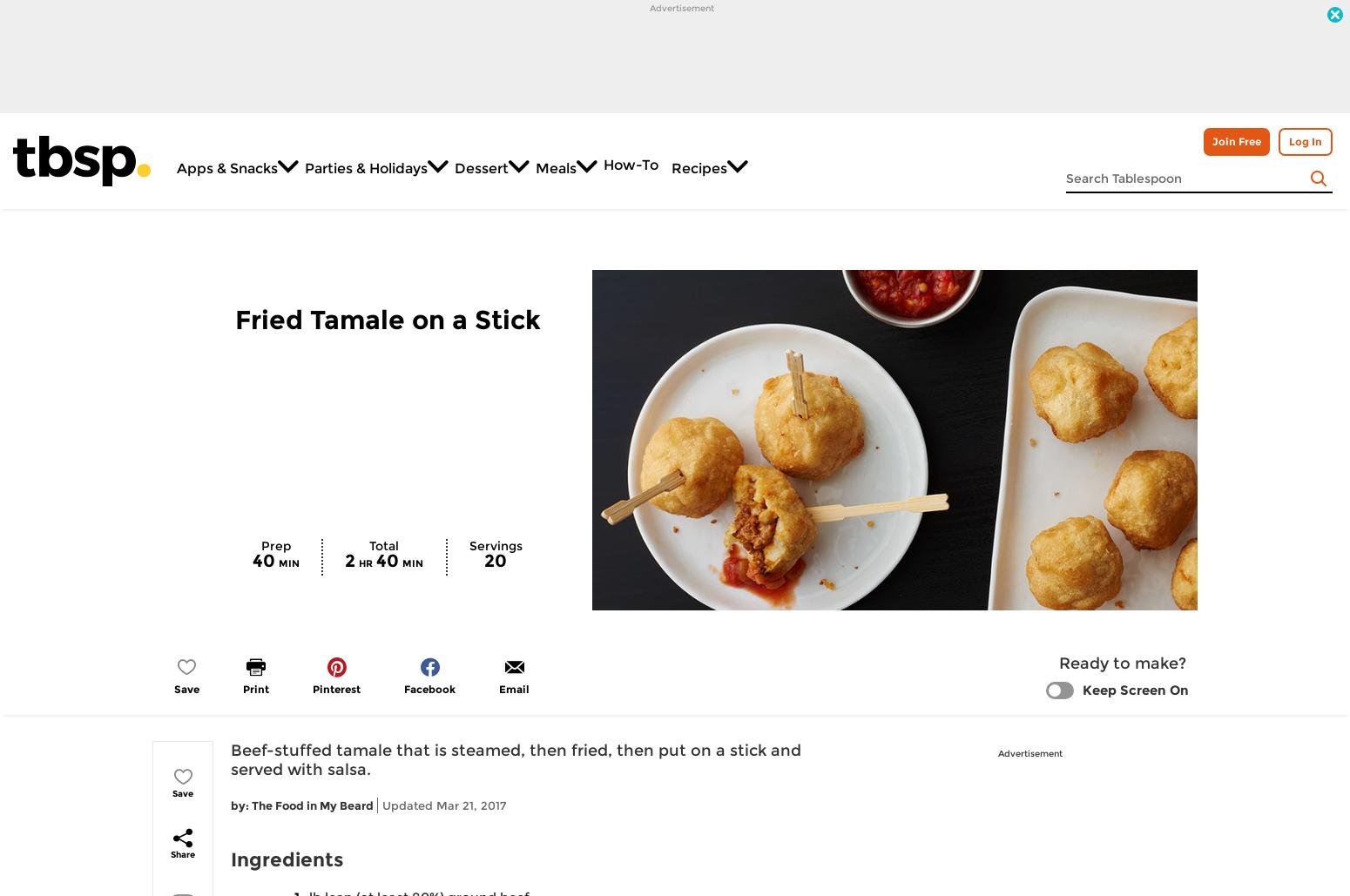 The height and width of the screenshot is (896, 1350). I want to click on 'Updated Mar 21, 2017', so click(442, 805).